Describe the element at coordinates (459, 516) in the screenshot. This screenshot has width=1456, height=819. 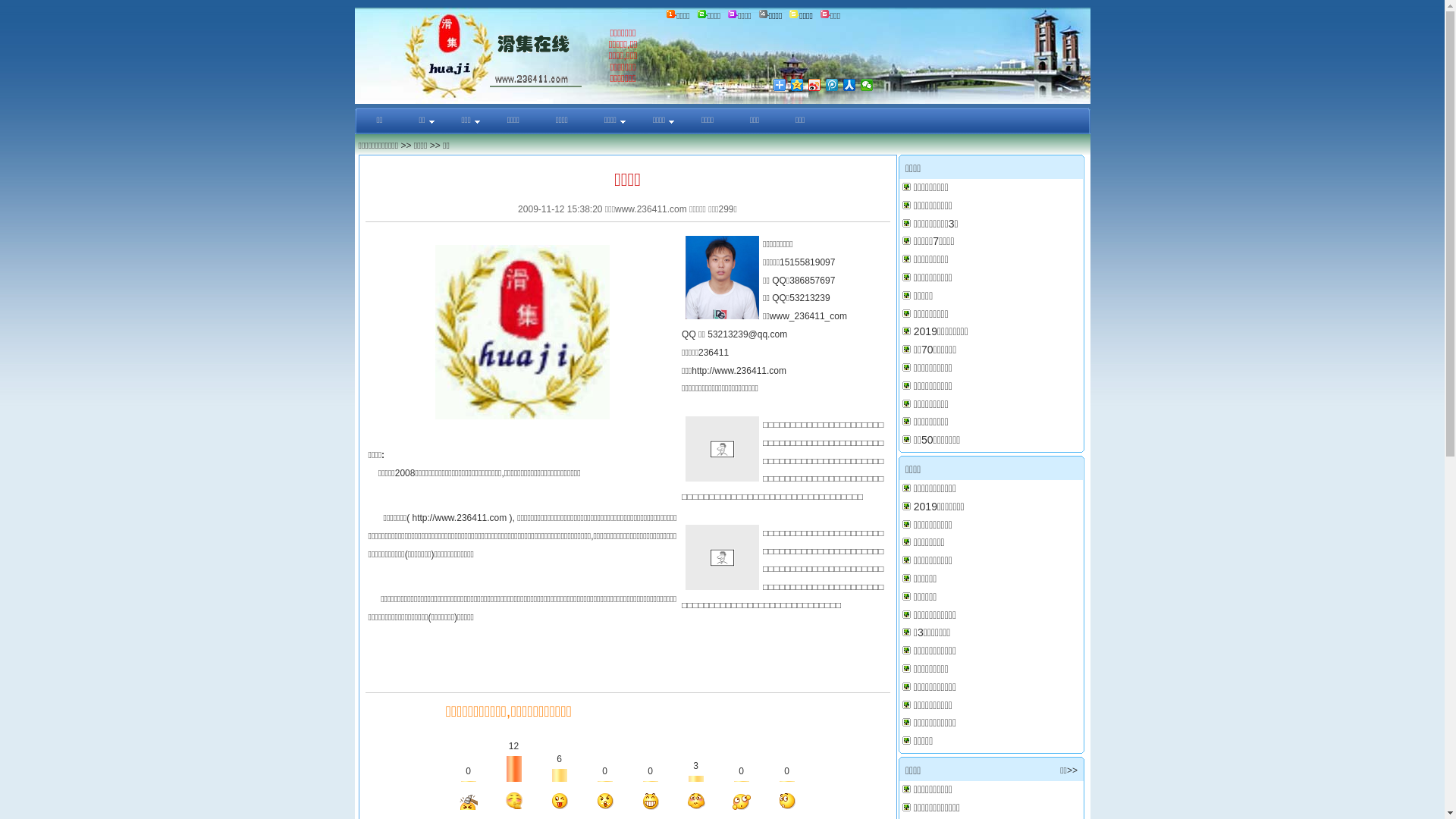
I see `'http://www.236411.com'` at that location.